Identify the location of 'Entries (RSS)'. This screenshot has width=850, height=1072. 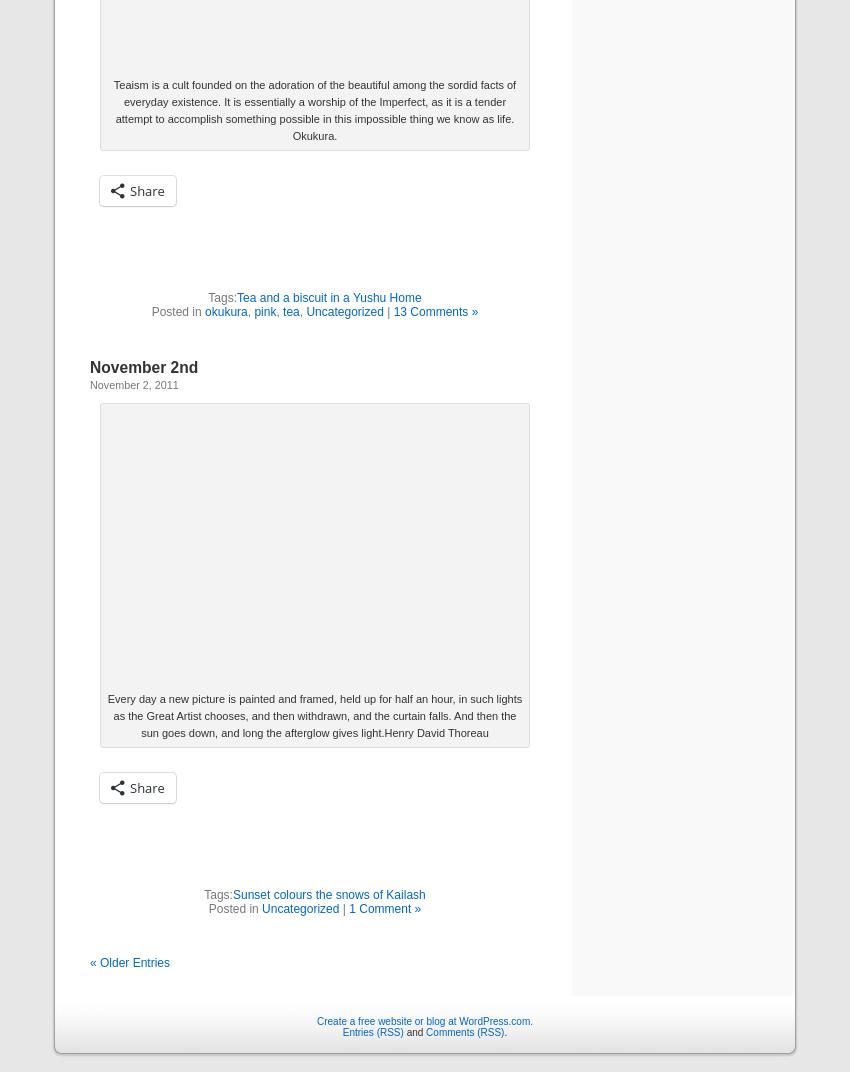
(371, 1031).